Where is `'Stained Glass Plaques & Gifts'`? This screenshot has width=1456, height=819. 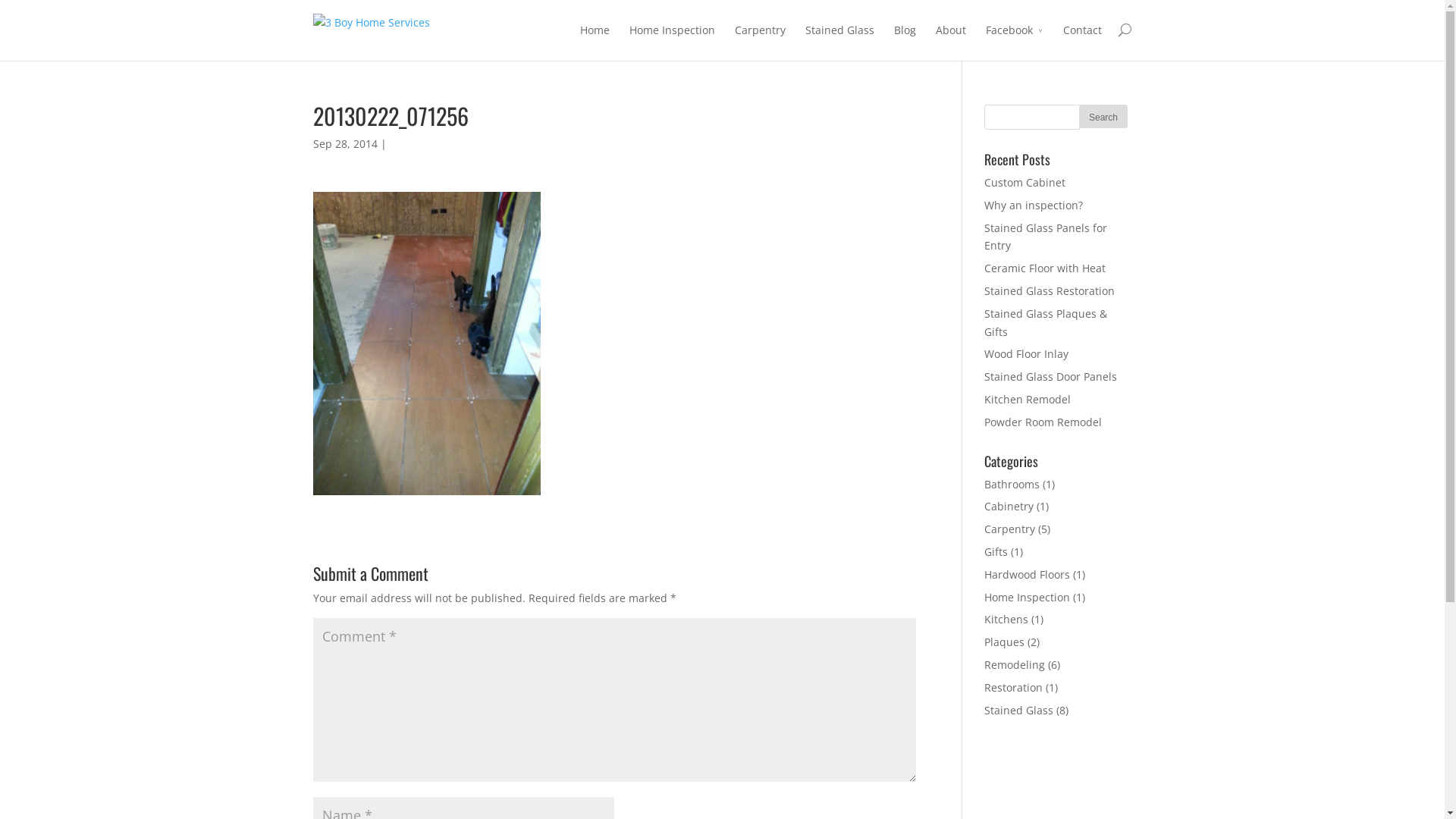 'Stained Glass Plaques & Gifts' is located at coordinates (1044, 322).